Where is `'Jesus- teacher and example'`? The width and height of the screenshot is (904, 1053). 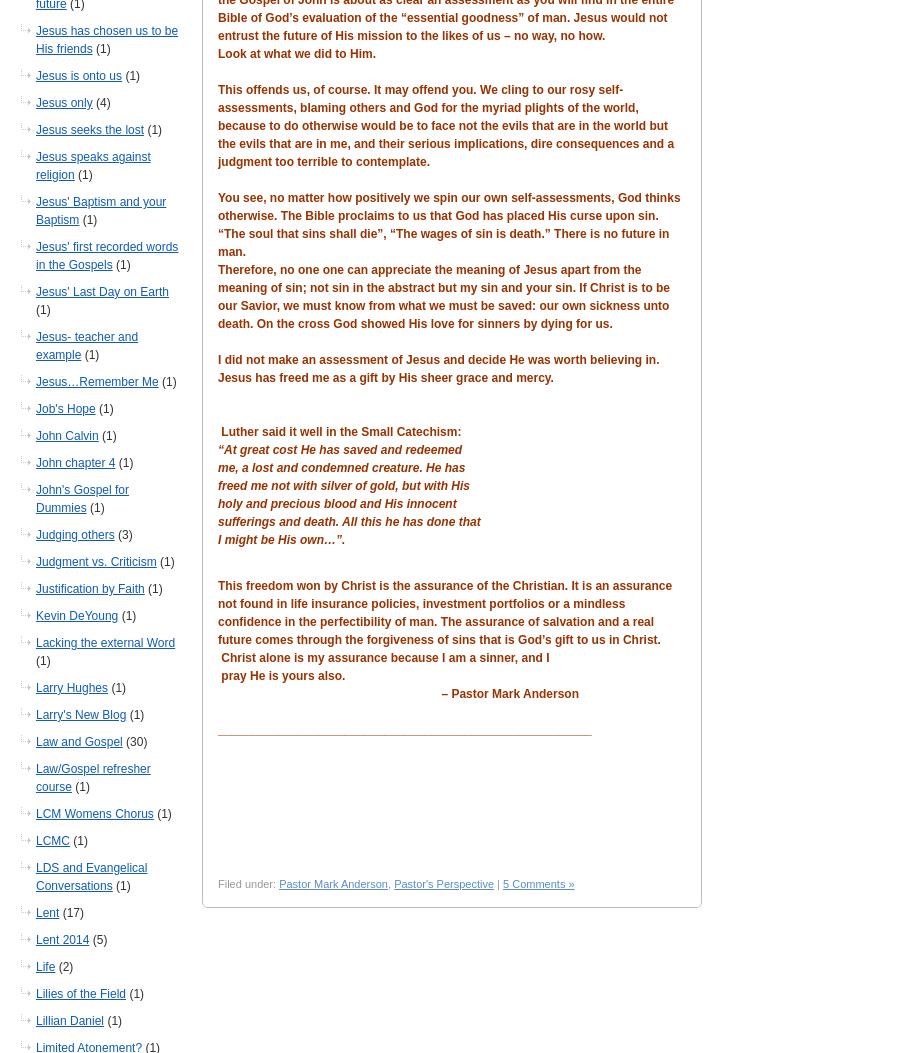
'Jesus- teacher and example' is located at coordinates (86, 345).